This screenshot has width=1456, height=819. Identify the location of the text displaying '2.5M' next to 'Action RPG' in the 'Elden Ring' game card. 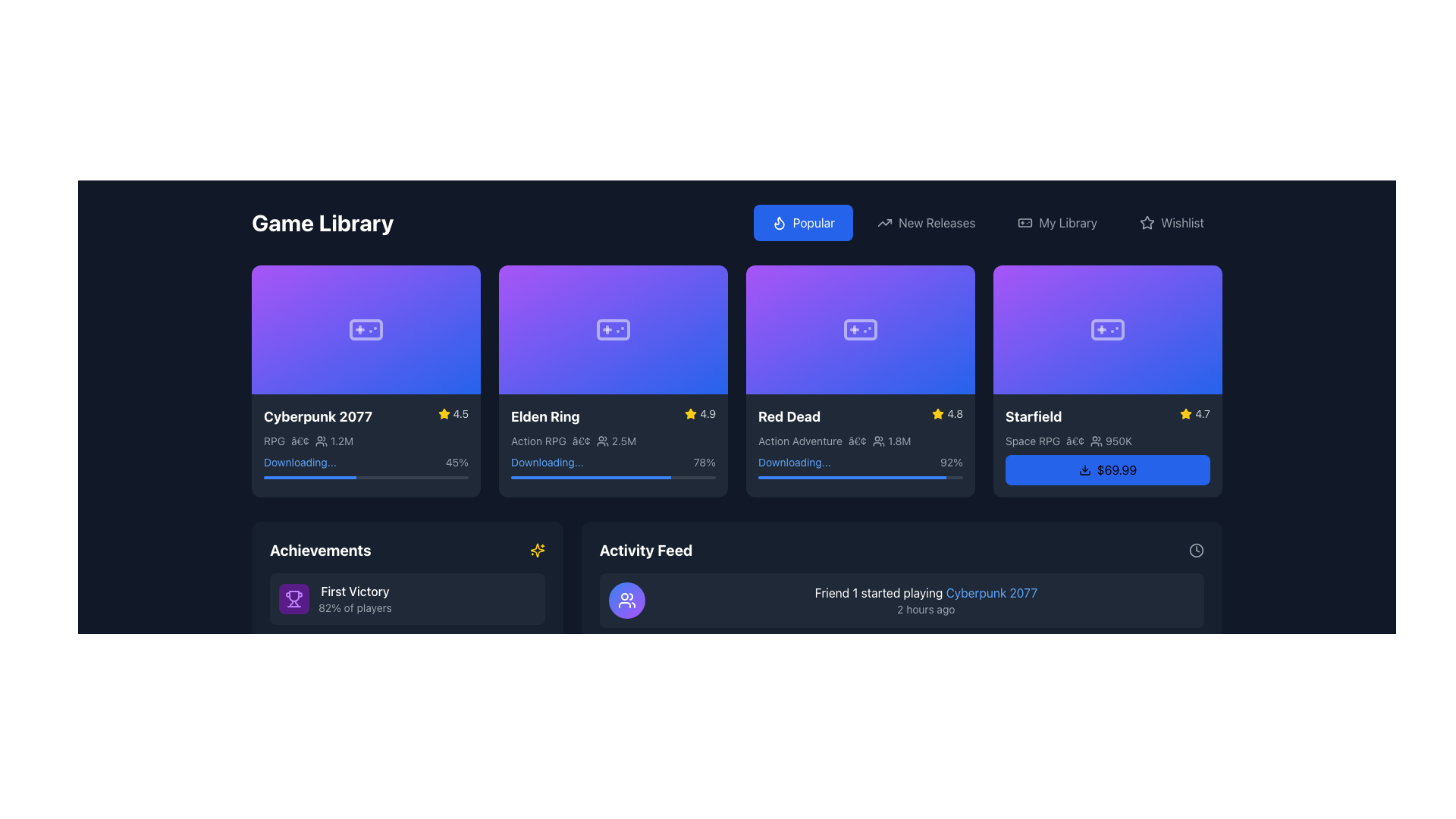
(617, 441).